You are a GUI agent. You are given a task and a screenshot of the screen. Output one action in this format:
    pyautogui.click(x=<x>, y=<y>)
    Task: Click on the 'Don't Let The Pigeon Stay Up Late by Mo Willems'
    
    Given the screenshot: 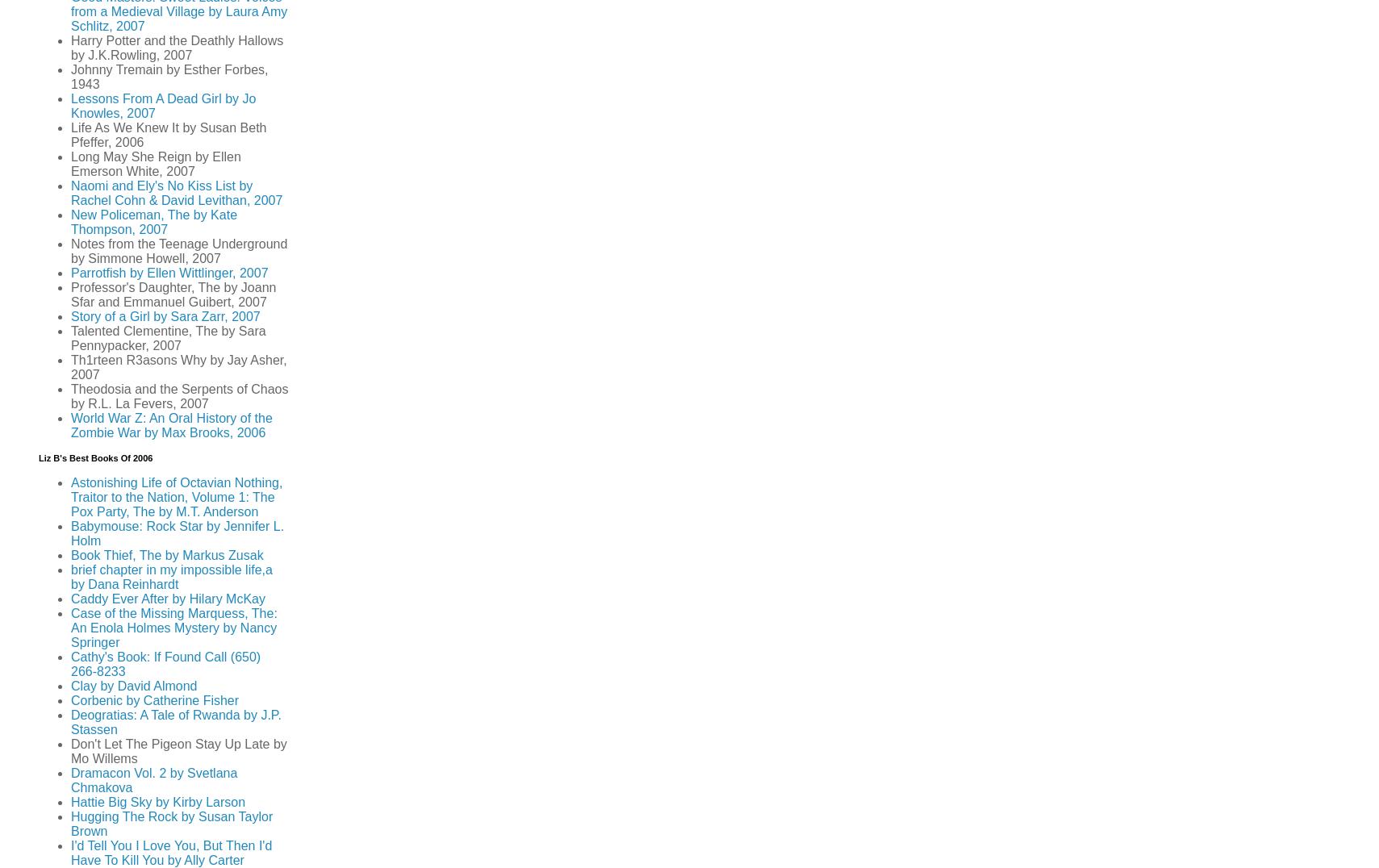 What is the action you would take?
    pyautogui.click(x=178, y=750)
    